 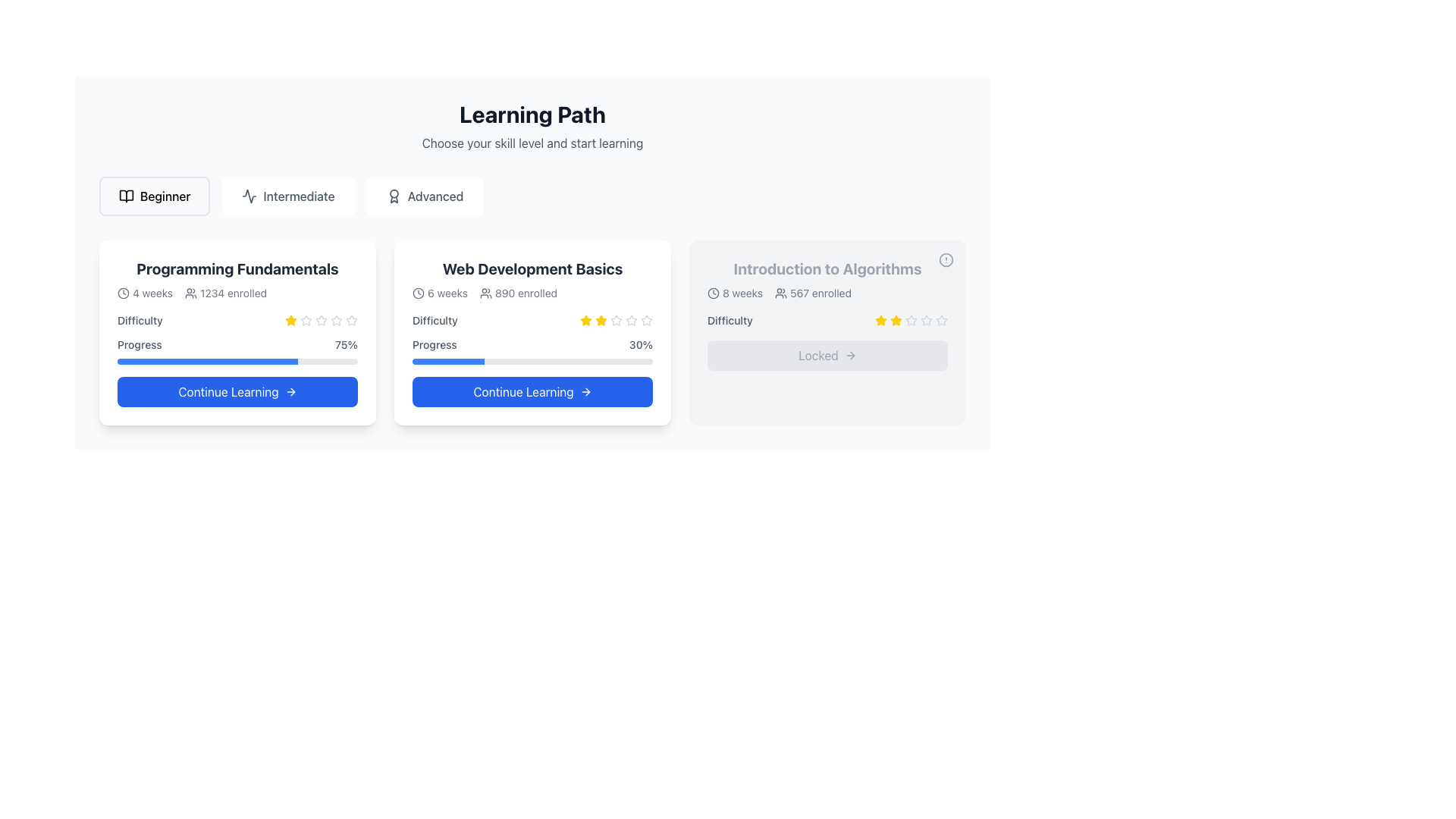 I want to click on the third star in the rating system for the 'Introduction to Algorithms' section, which is styled in light gray and is part of a group of five stars, so click(x=941, y=319).